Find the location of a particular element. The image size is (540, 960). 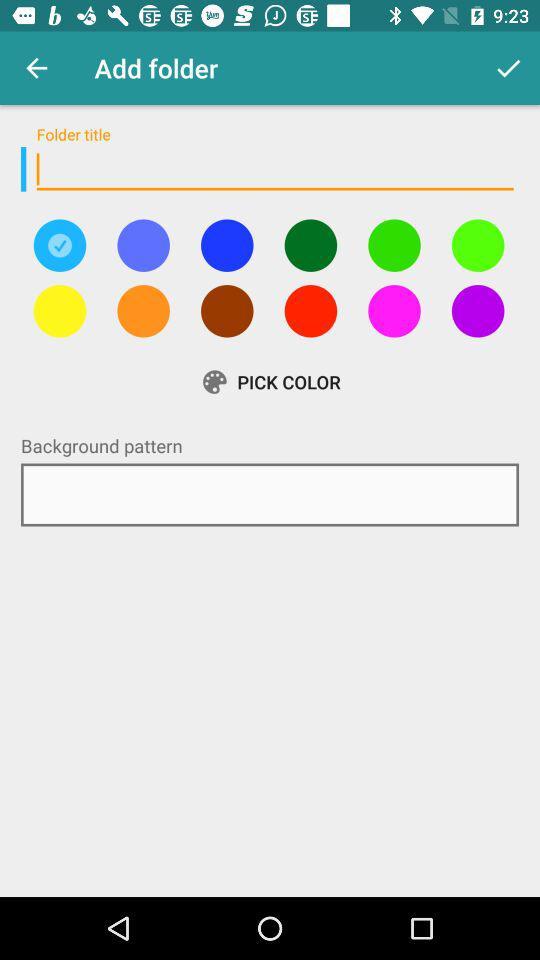

switch folder color orange is located at coordinates (142, 311).